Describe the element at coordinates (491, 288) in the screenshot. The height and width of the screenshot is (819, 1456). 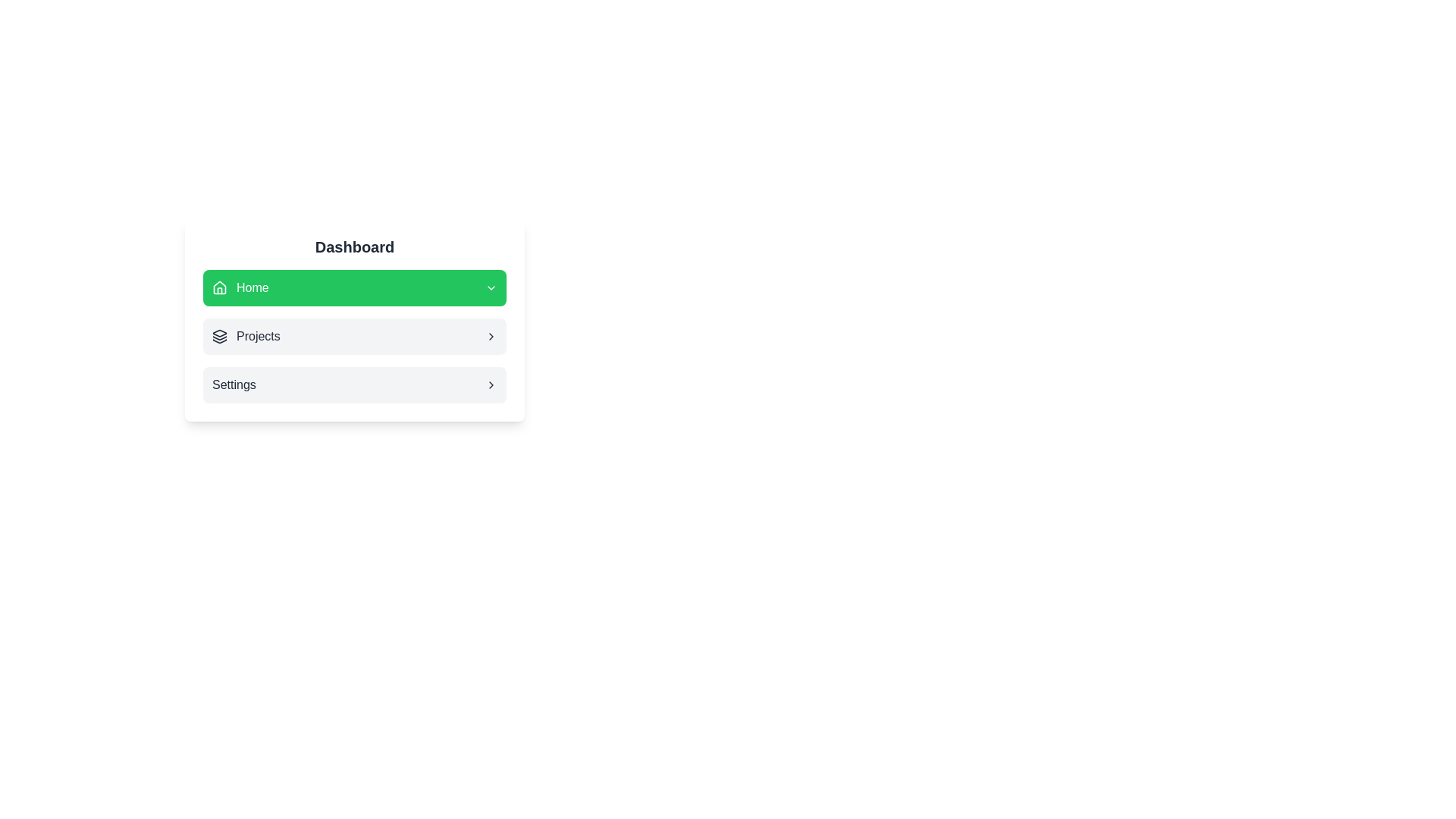
I see `the chevron-down indicator icon located at the far right end of the 'Home' button` at that location.